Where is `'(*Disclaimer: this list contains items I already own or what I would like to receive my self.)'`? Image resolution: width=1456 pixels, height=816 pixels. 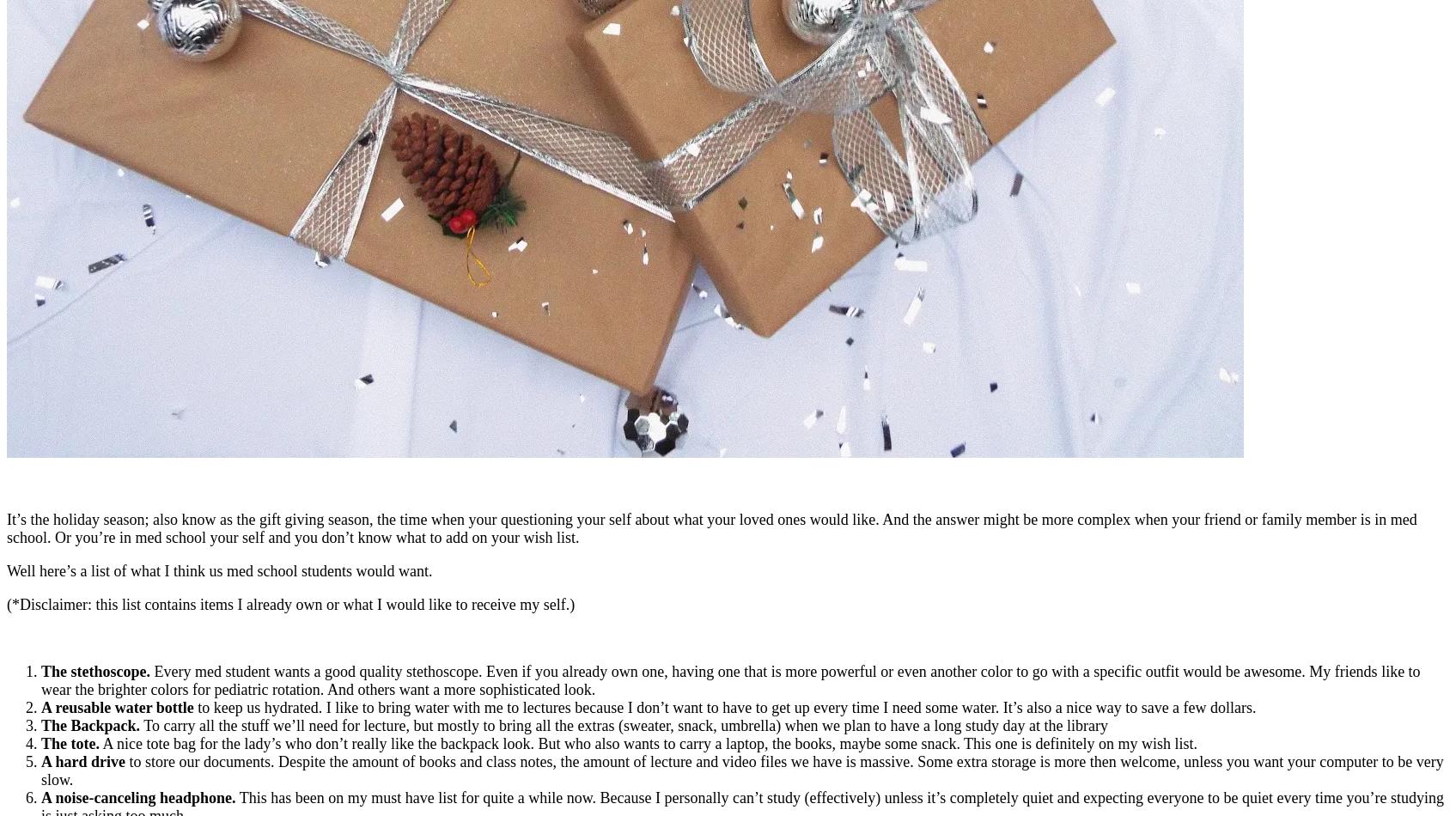
'(*Disclaimer: this list contains items I already own or what I would like to receive my self.)' is located at coordinates (289, 604).